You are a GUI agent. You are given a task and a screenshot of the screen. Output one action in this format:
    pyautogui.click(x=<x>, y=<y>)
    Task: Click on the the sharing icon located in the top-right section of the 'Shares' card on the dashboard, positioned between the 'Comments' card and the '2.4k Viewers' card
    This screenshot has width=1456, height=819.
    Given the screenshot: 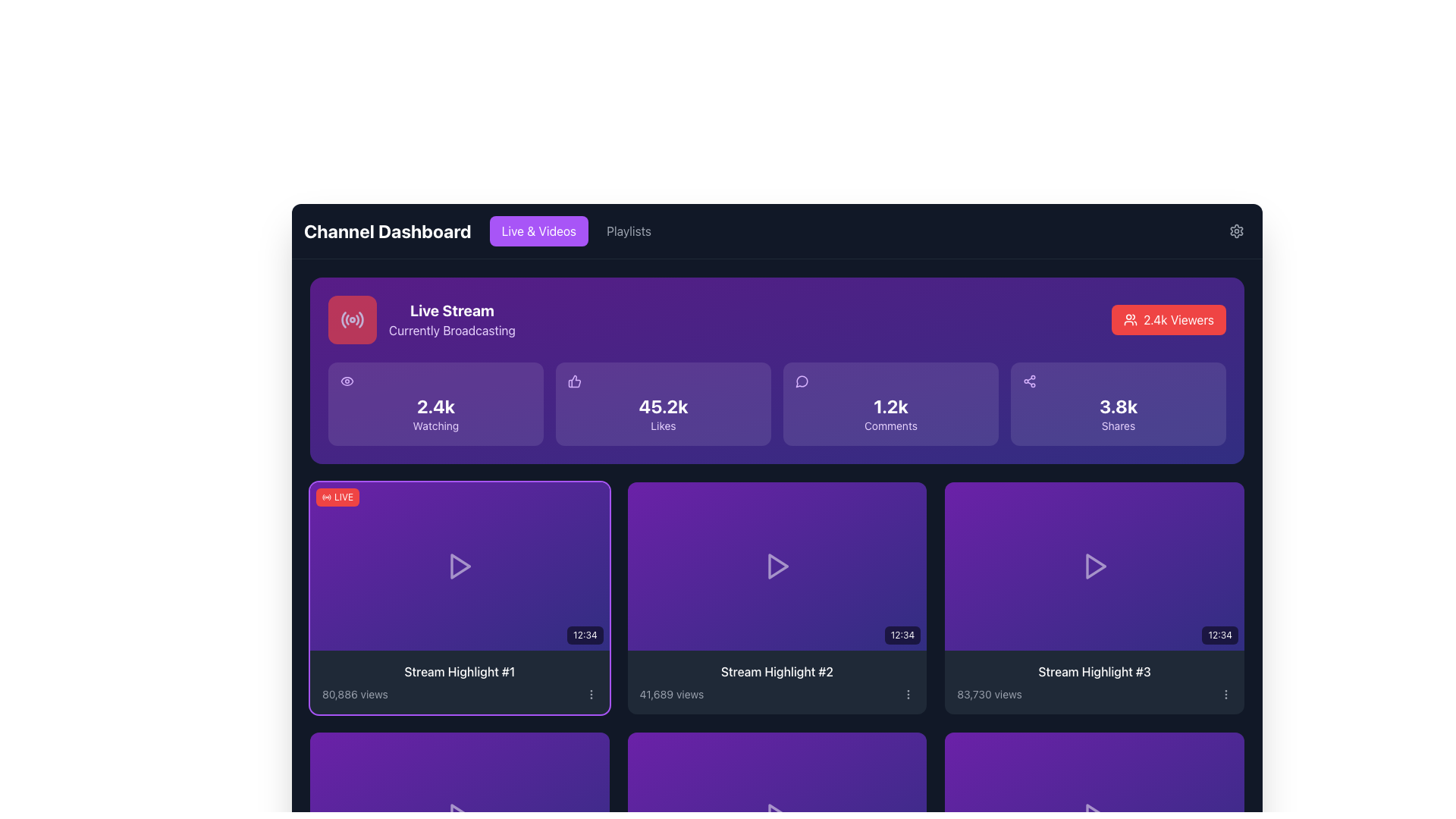 What is the action you would take?
    pyautogui.click(x=1030, y=380)
    